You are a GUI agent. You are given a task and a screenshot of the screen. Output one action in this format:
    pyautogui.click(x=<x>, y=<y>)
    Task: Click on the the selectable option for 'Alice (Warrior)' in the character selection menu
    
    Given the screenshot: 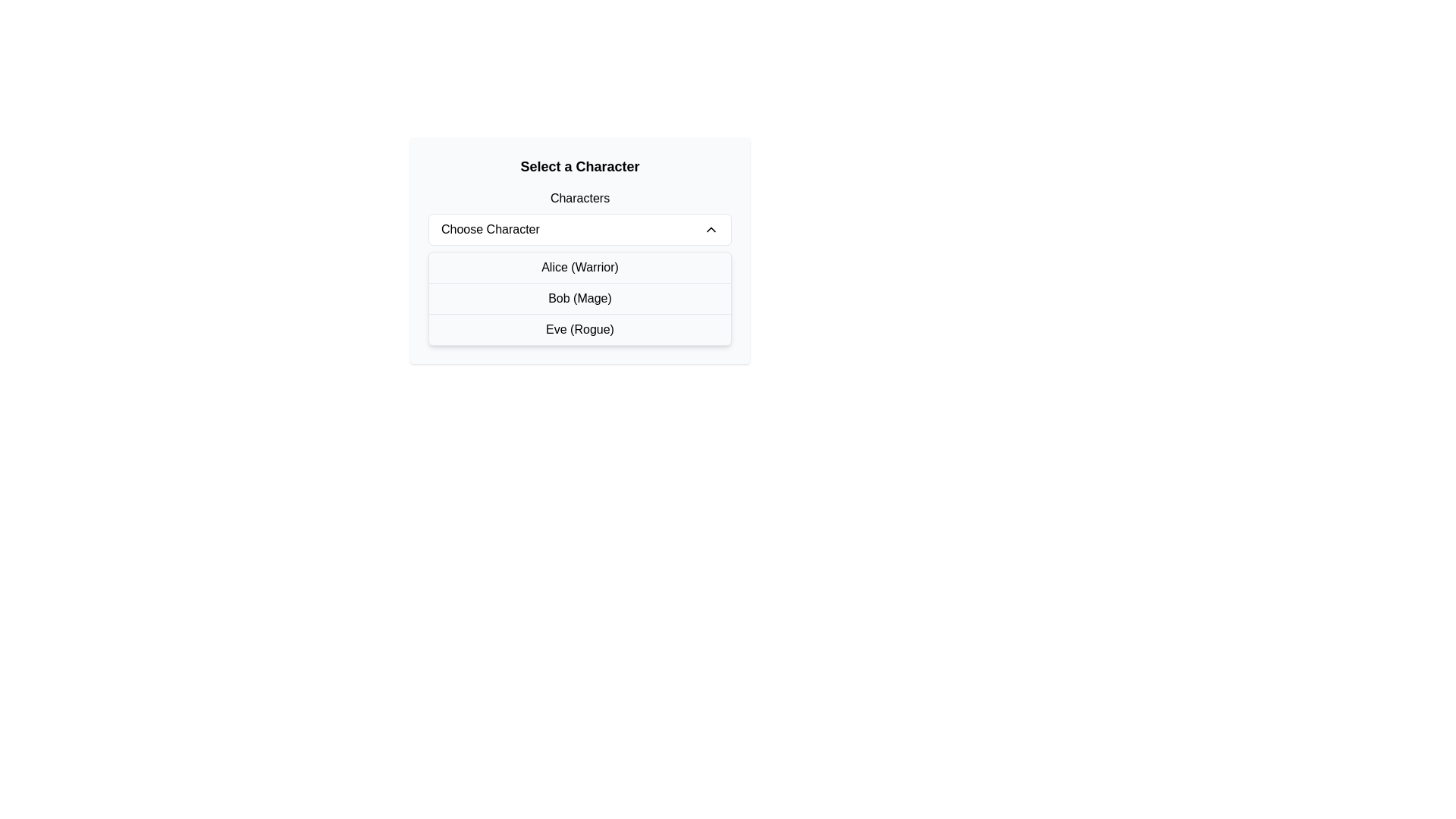 What is the action you would take?
    pyautogui.click(x=579, y=267)
    